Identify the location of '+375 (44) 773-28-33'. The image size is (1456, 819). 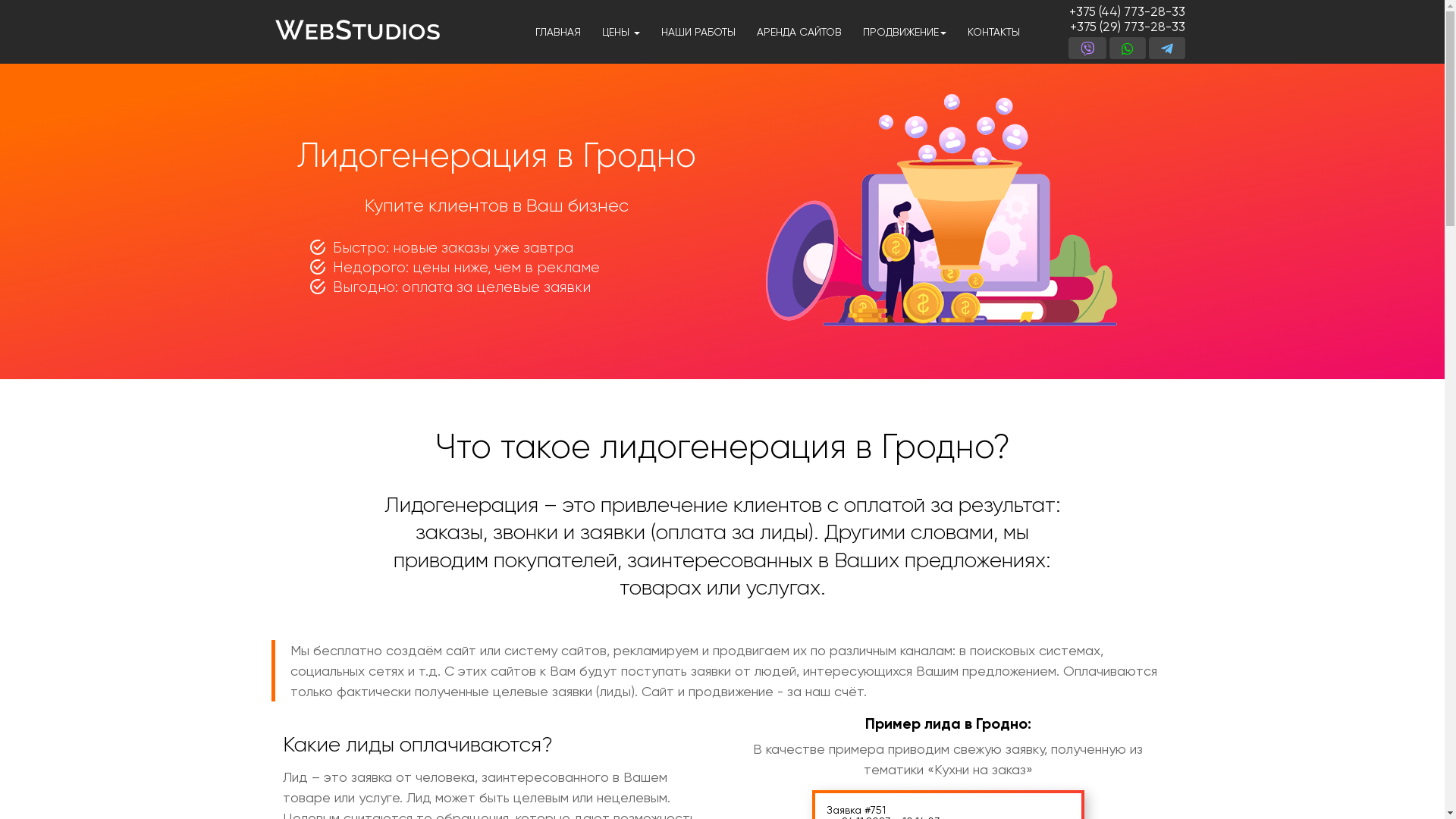
(1127, 11).